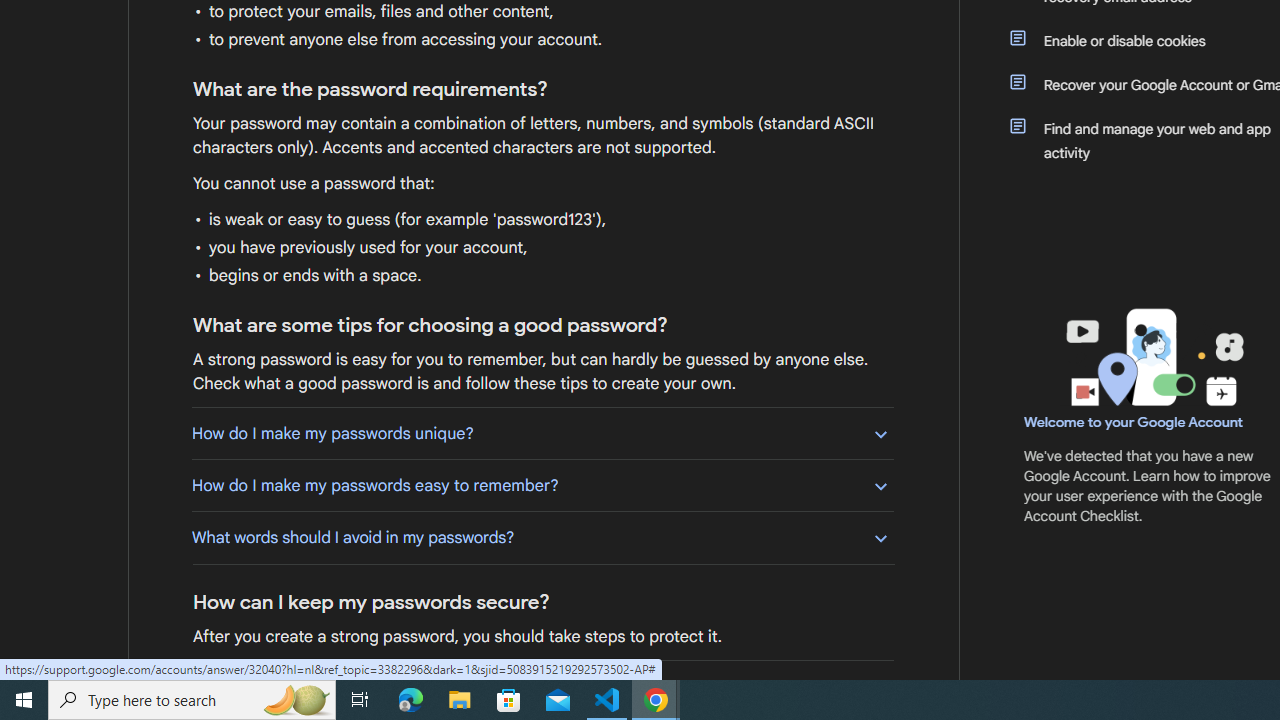 This screenshot has height=720, width=1280. What do you see at coordinates (542, 536) in the screenshot?
I see `'What words should I avoid in my passwords?'` at bounding box center [542, 536].